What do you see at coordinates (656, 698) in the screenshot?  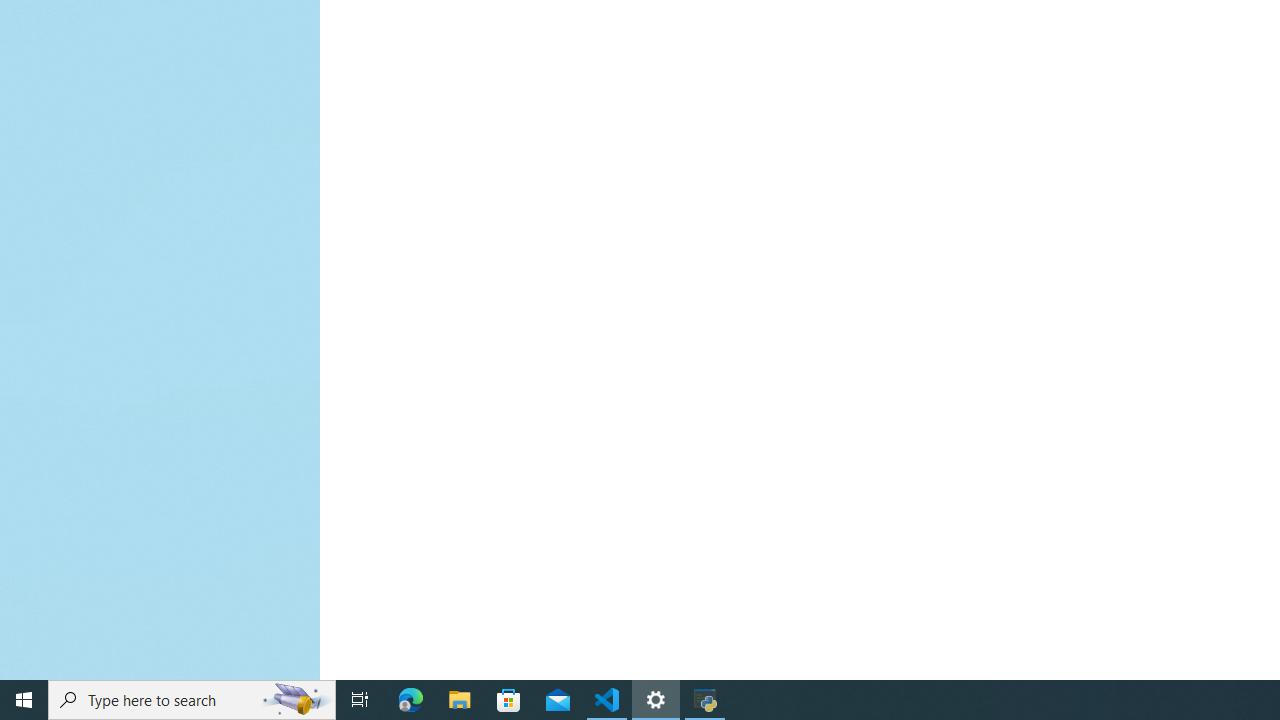 I see `'Settings - 1 running window'` at bounding box center [656, 698].